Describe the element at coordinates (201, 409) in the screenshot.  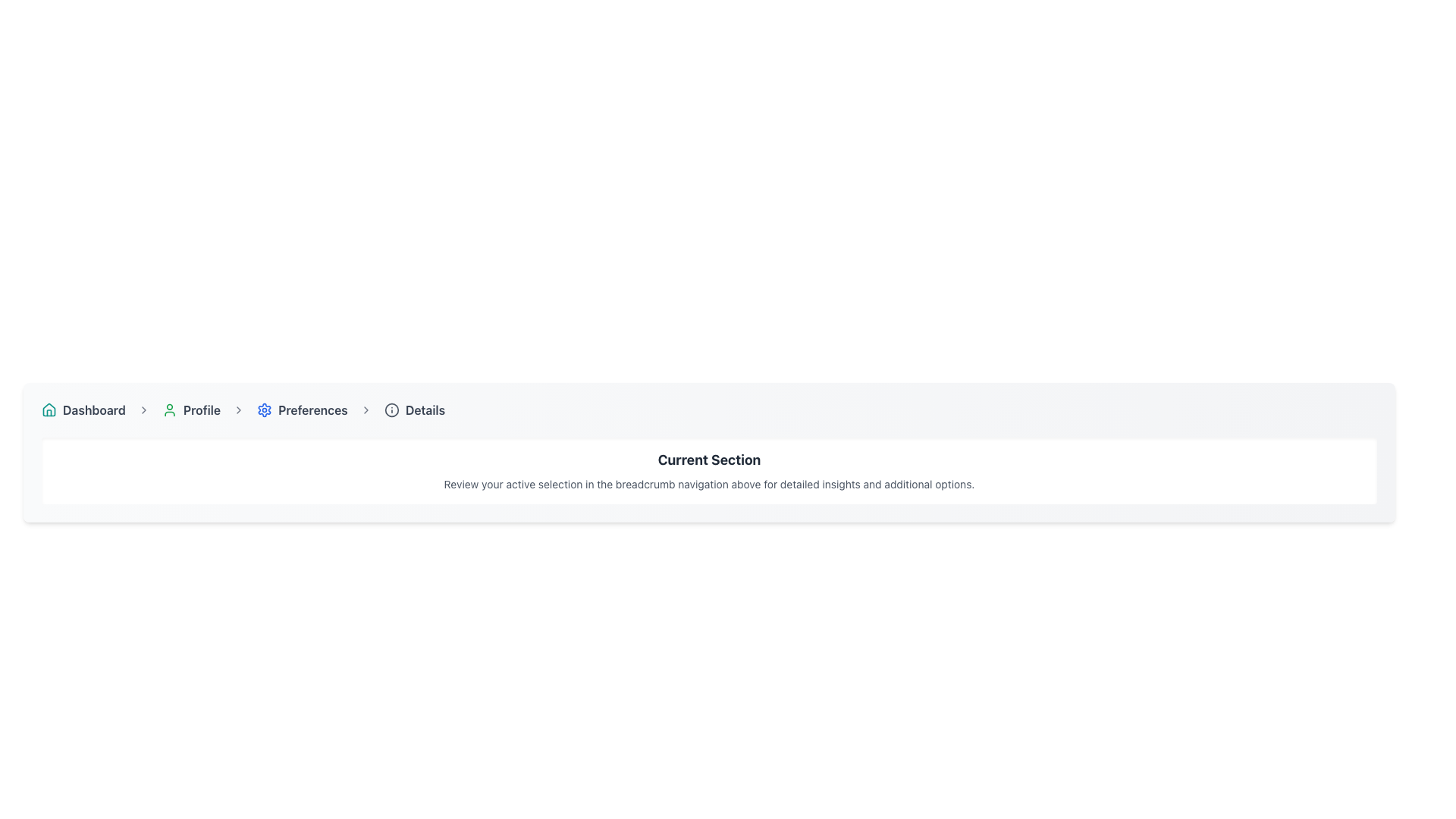
I see `the 'Profile' label in the breadcrumb navigation bar, which is styled in bold gray font and located next to a user icon` at that location.